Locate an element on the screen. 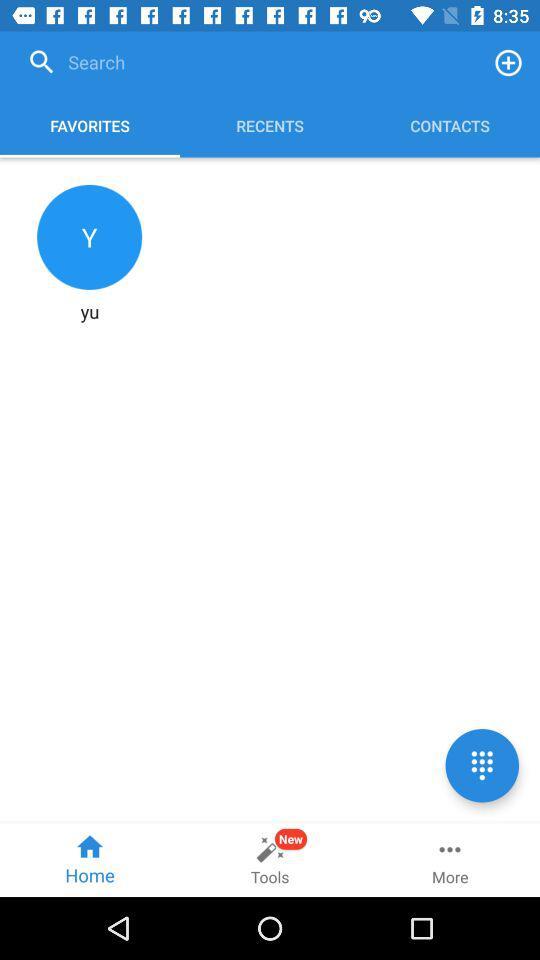 The width and height of the screenshot is (540, 960). favorites is located at coordinates (508, 62).